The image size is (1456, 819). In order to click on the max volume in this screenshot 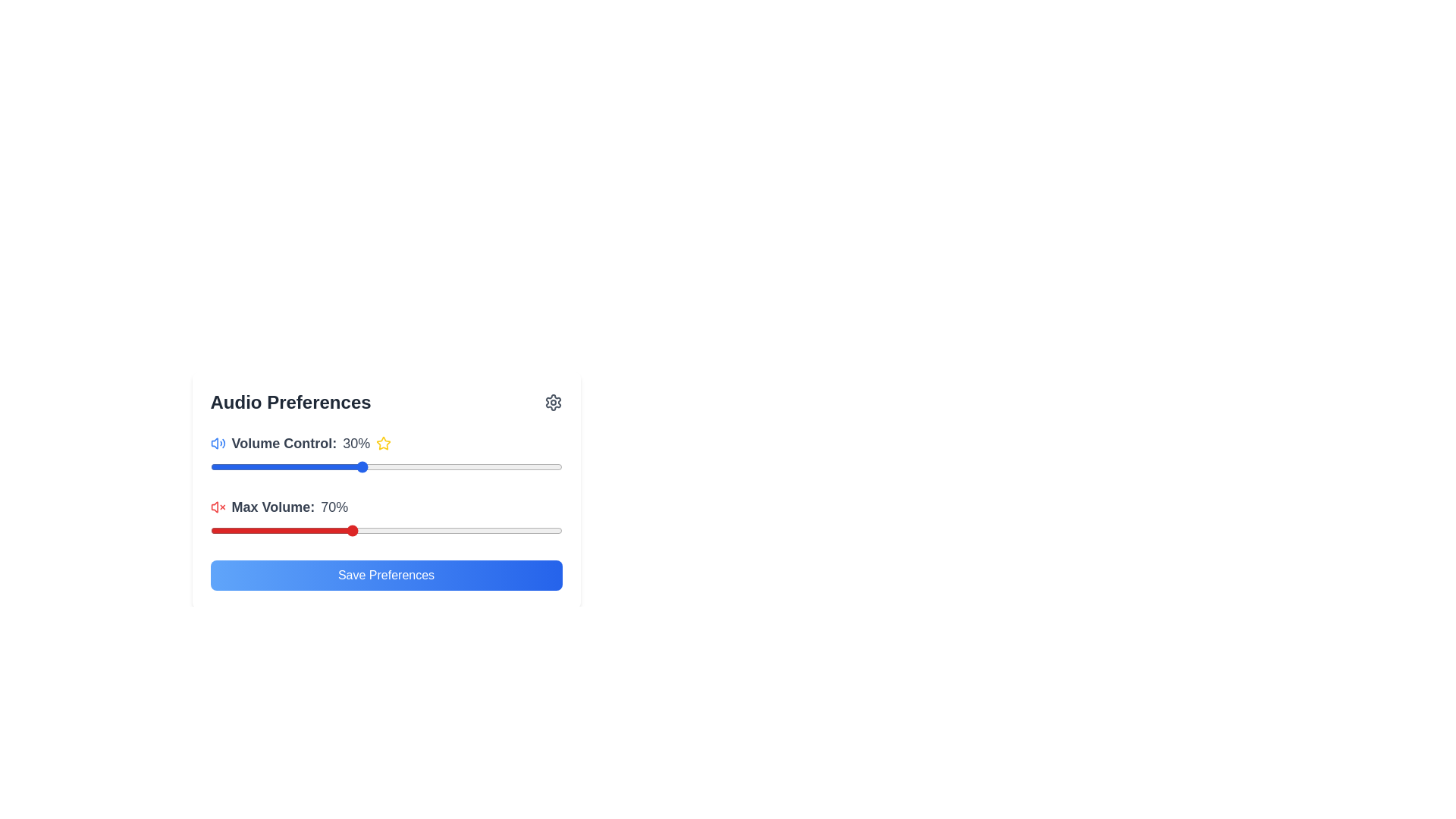, I will do `click(216, 529)`.